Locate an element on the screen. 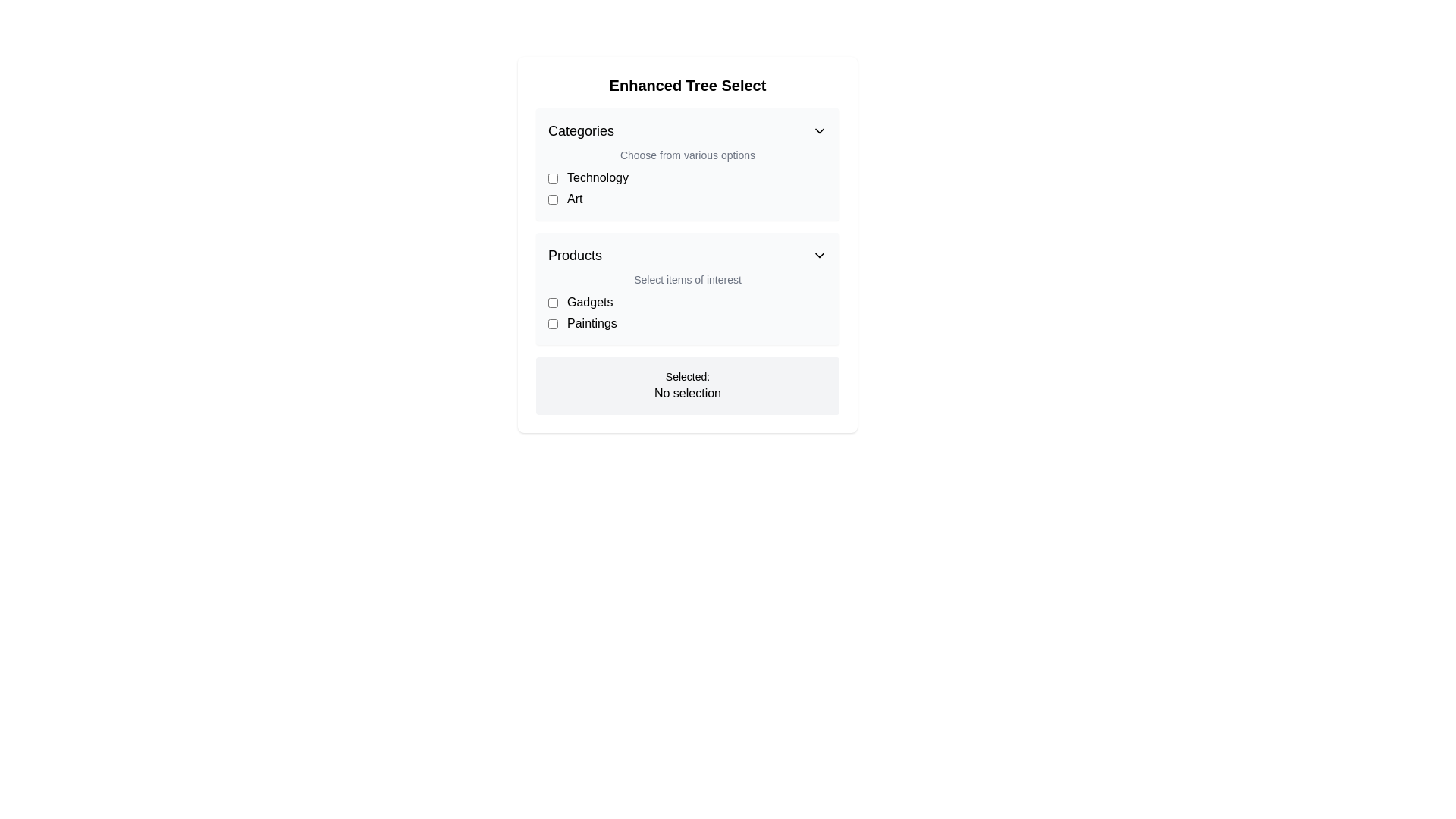  the Chevron icon located to the right of the 'Categories' label is located at coordinates (818, 130).